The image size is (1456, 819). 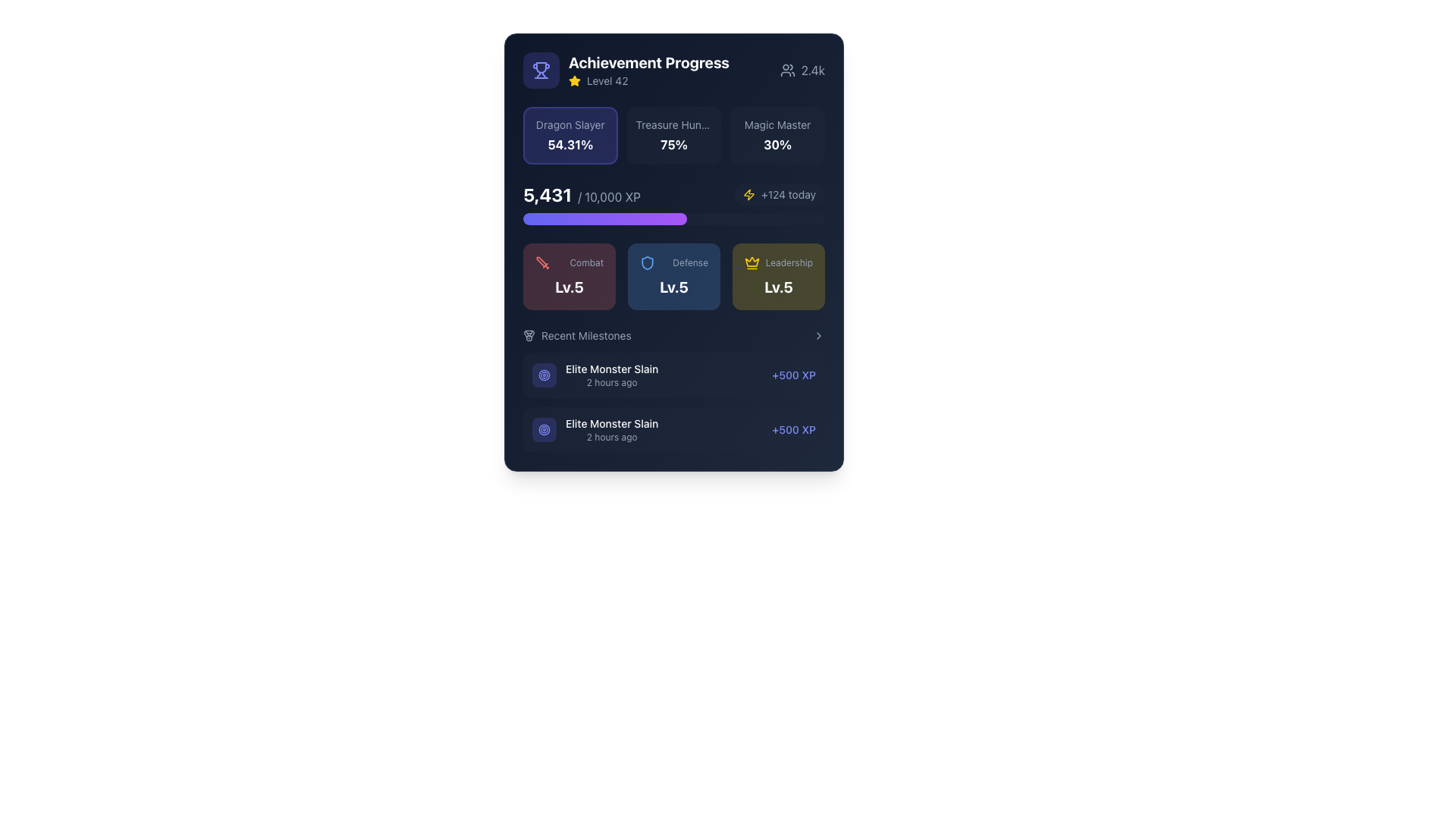 What do you see at coordinates (612, 424) in the screenshot?
I see `the 'Elite Monster Slain' text label, which is styled with white text on a dark background and is part of a card-like component in the 'Recent Milestones' section` at bounding box center [612, 424].